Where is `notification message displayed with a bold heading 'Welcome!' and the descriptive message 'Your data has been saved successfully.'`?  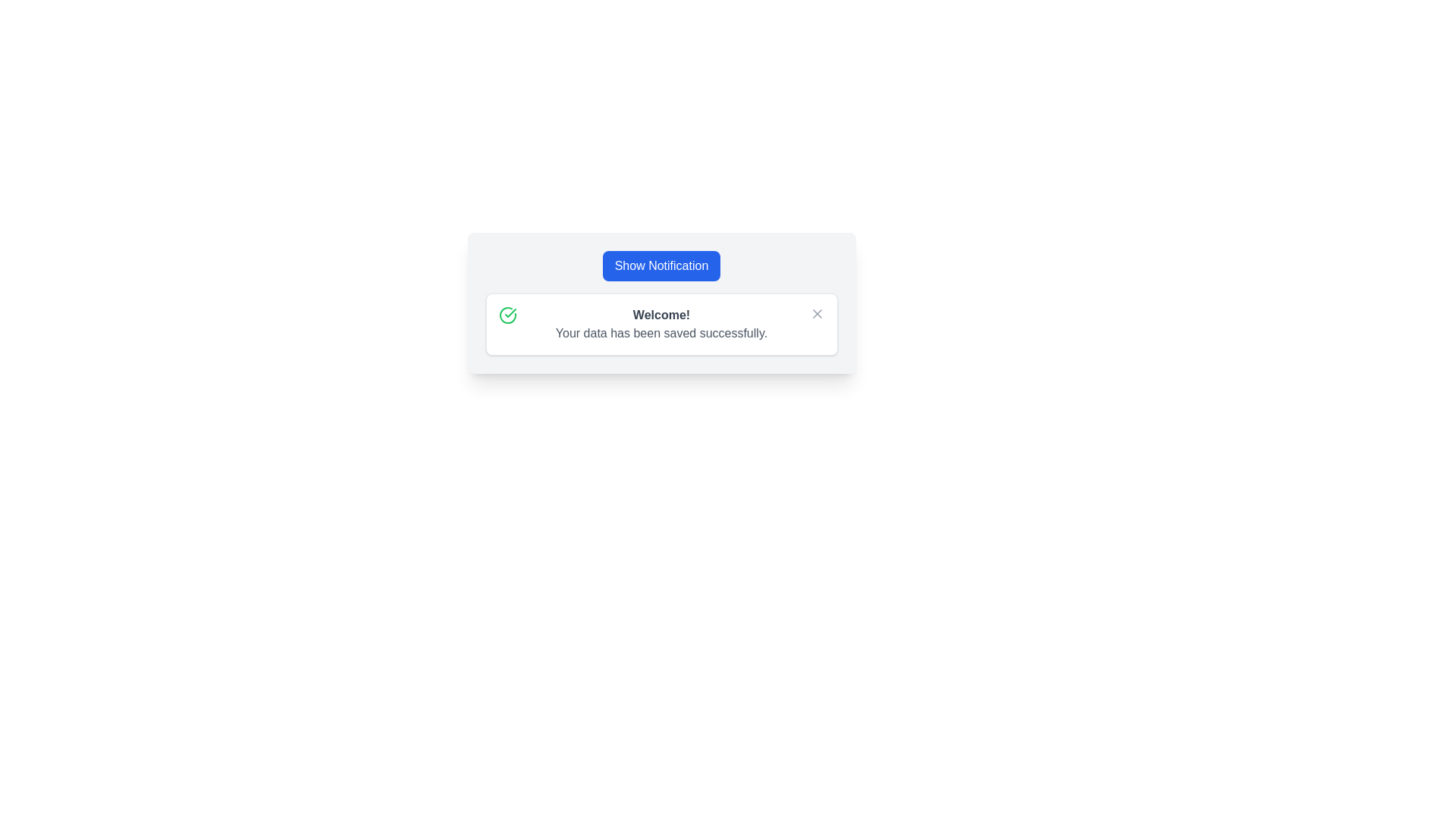 notification message displayed with a bold heading 'Welcome!' and the descriptive message 'Your data has been saved successfully.' is located at coordinates (661, 324).